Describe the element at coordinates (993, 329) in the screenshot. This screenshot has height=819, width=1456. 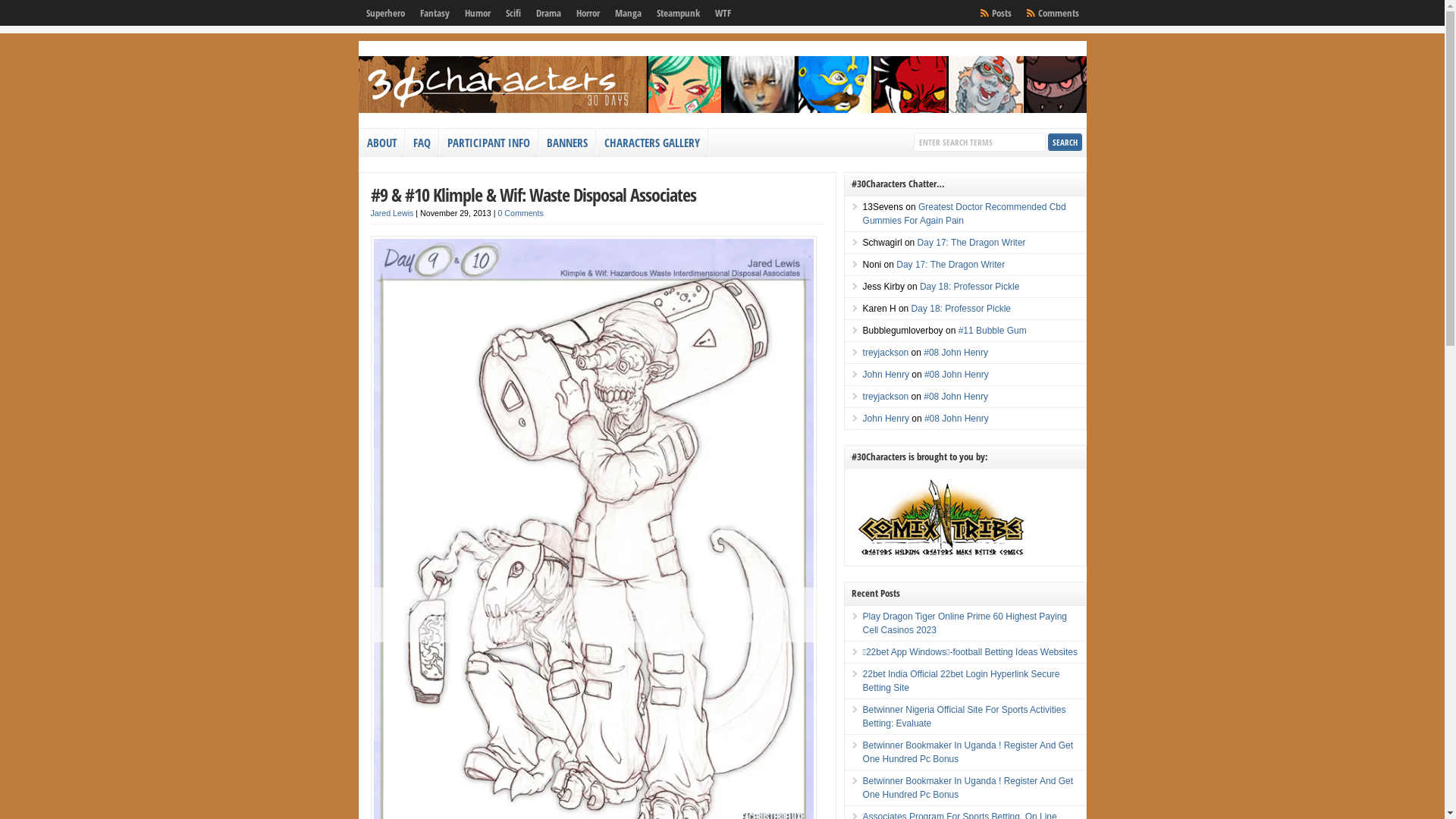
I see `'#11 Bubble Gum'` at that location.